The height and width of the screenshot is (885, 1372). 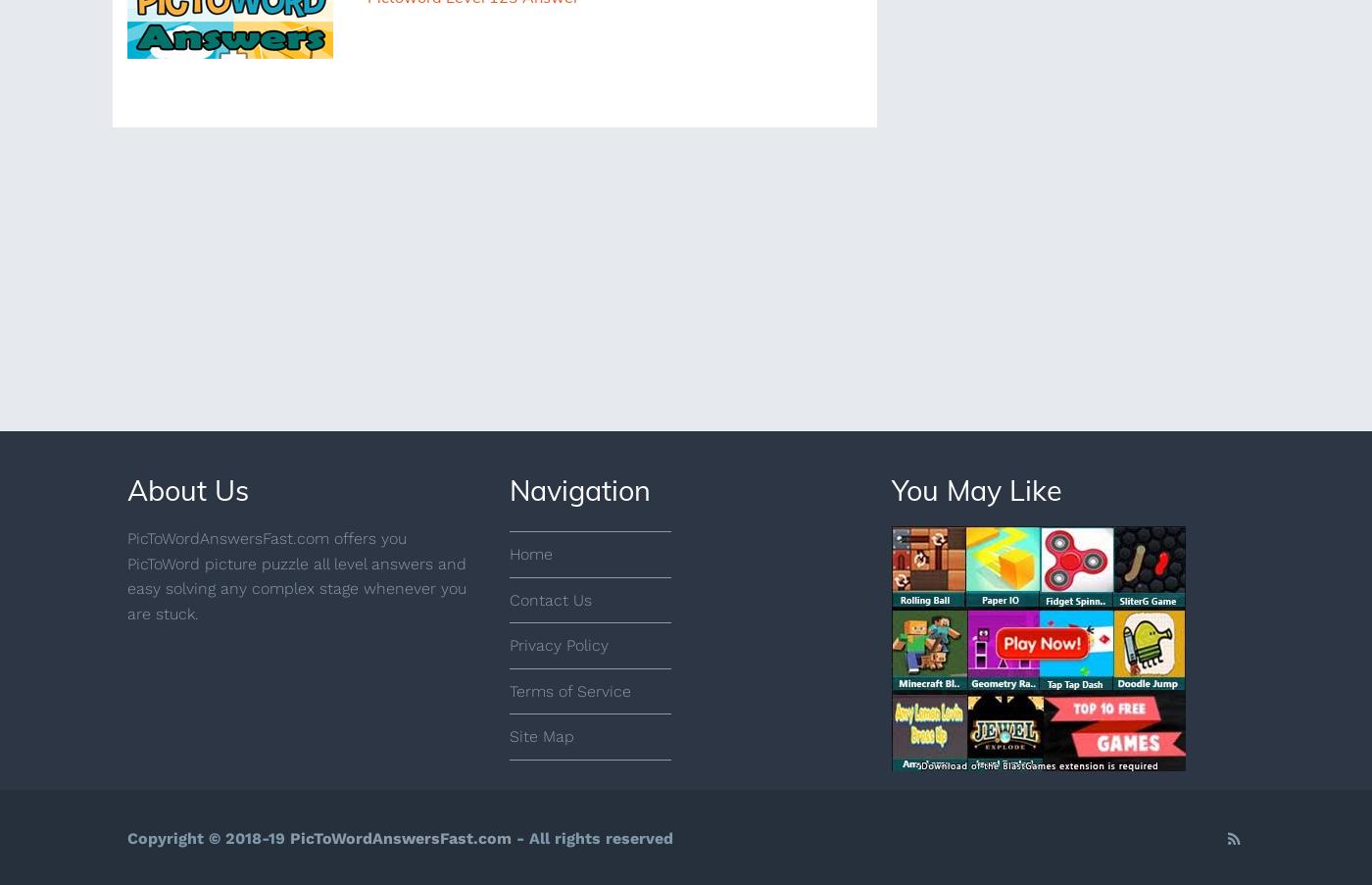 What do you see at coordinates (509, 736) in the screenshot?
I see `'Site Map'` at bounding box center [509, 736].